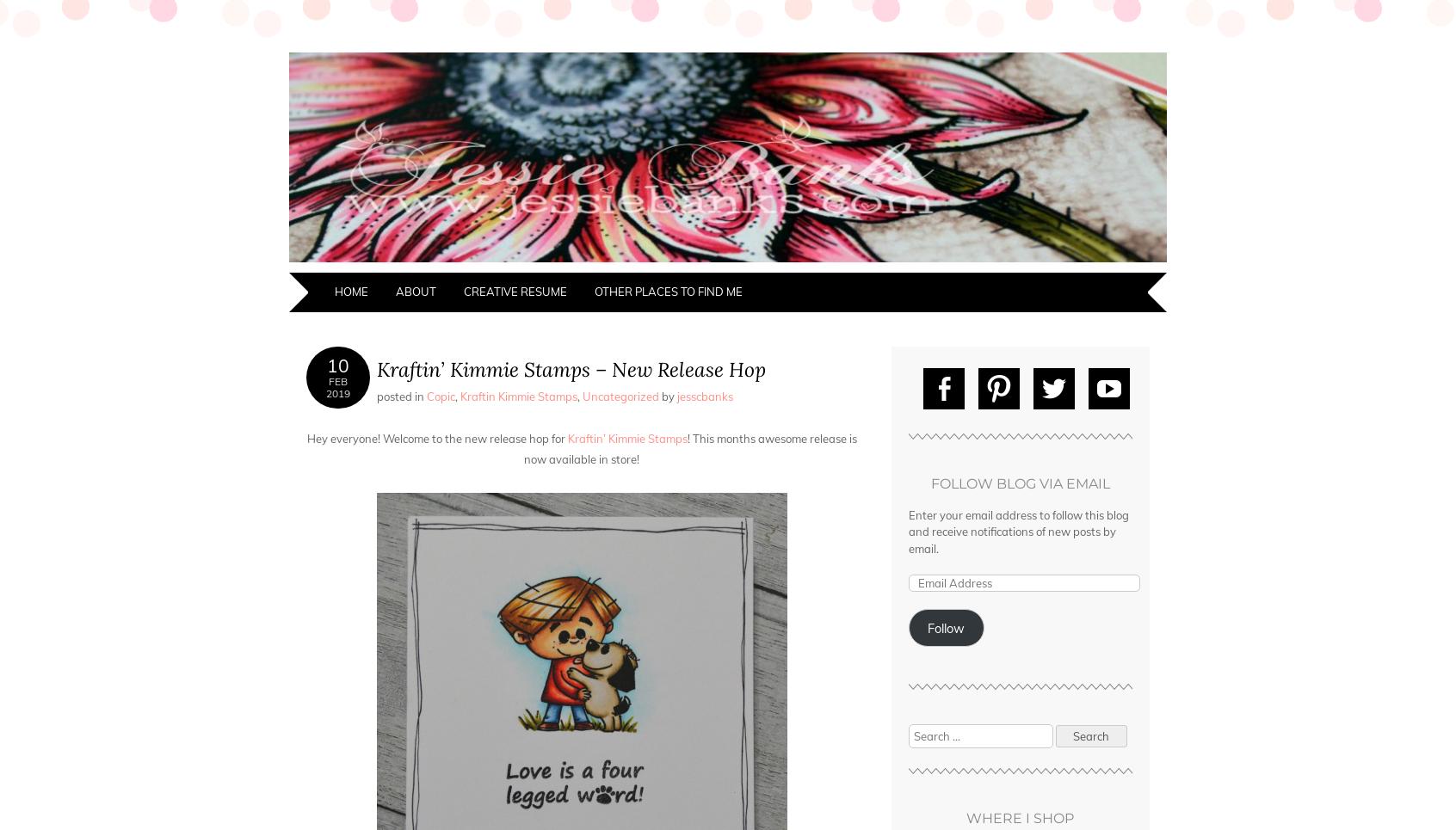 The width and height of the screenshot is (1456, 830). I want to click on 'Follow Blog via Email', so click(1019, 483).